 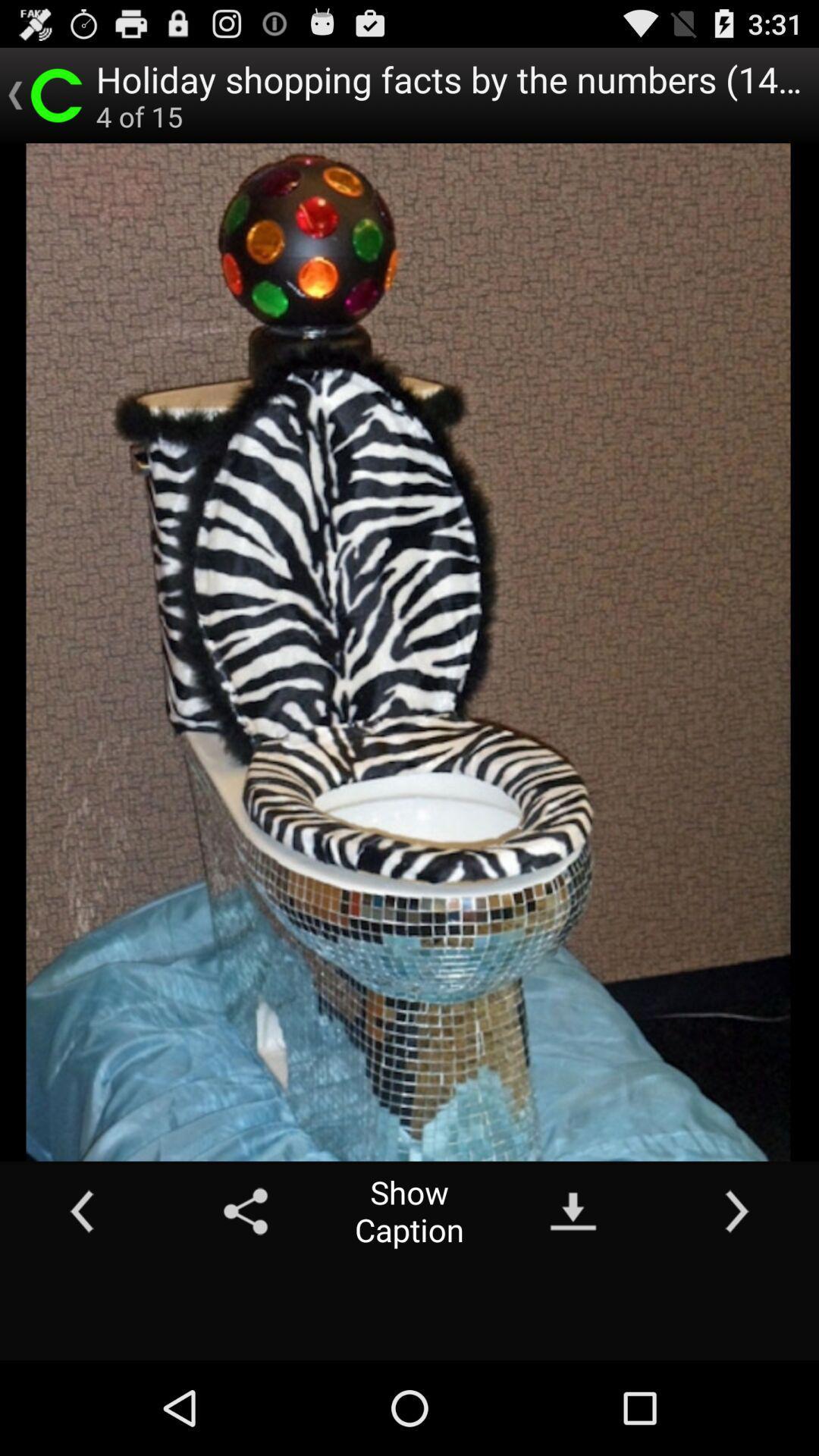 I want to click on the arrow_forward icon, so click(x=736, y=1295).